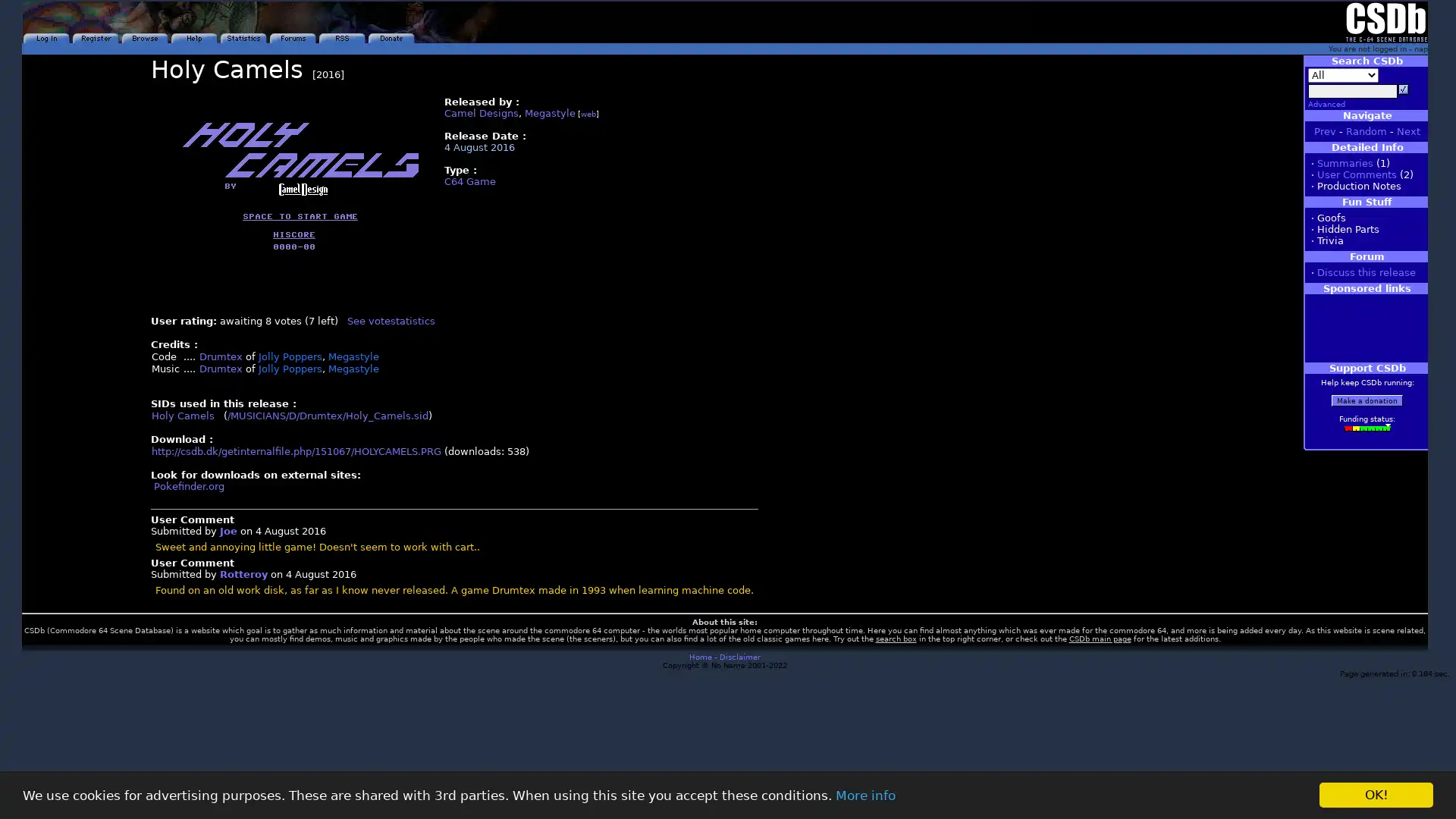 This screenshot has width=1456, height=819. What do you see at coordinates (1367, 400) in the screenshot?
I see `Make a donation` at bounding box center [1367, 400].